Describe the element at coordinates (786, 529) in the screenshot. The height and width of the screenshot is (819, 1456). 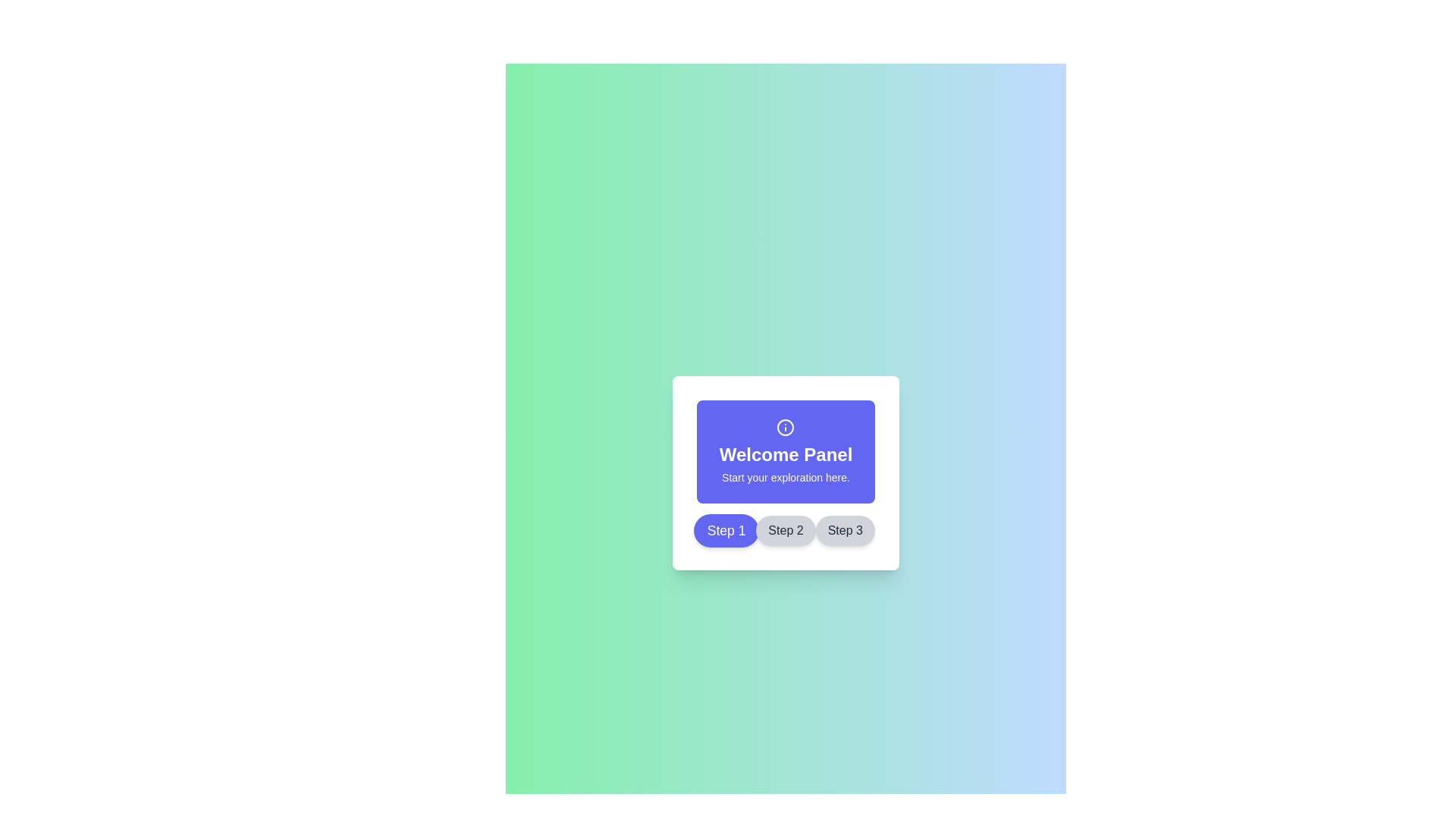
I see `the 'Step 2' button` at that location.